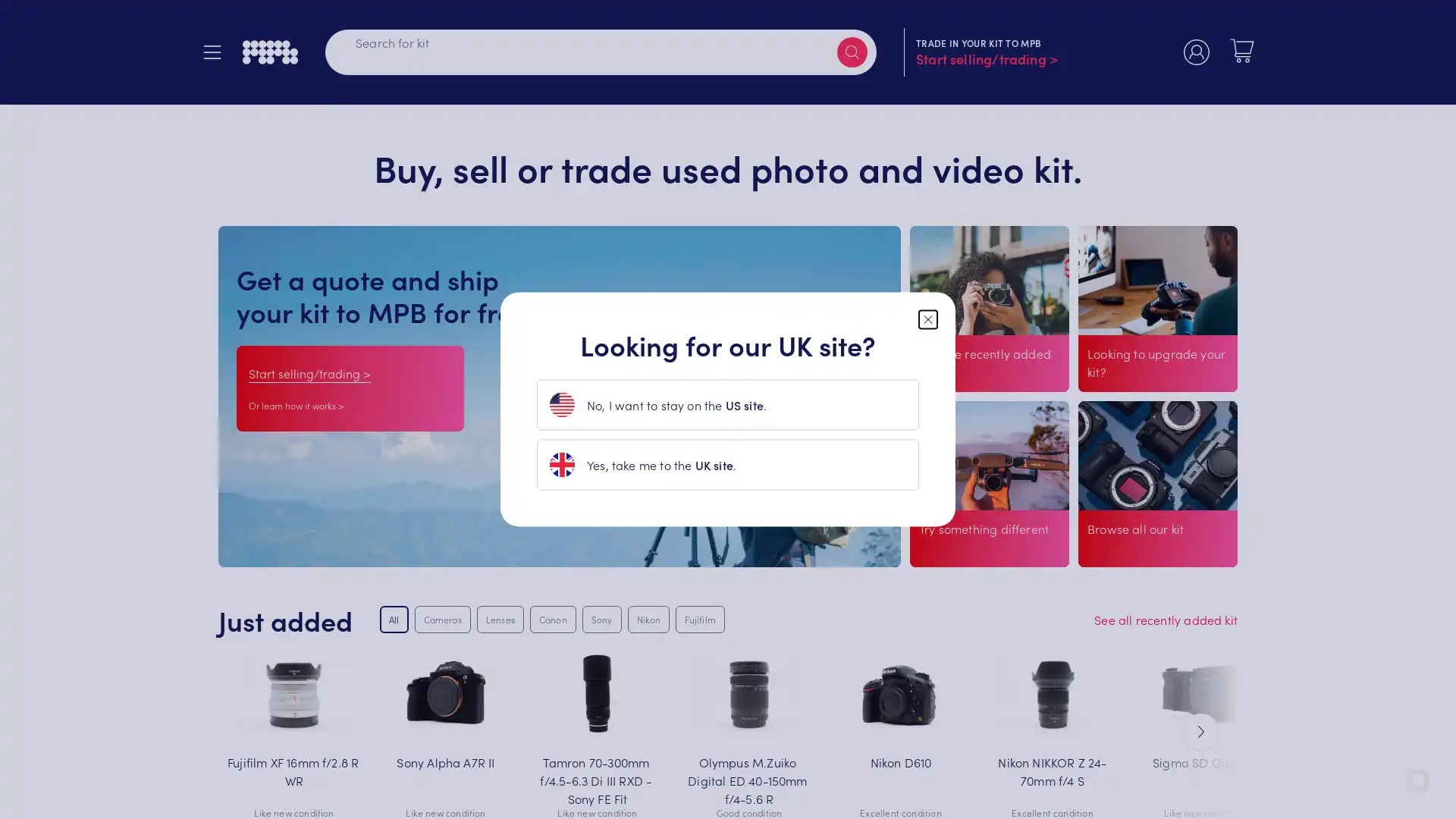 The width and height of the screenshot is (1456, 819). Describe the element at coordinates (1417, 780) in the screenshot. I see `Open Intercom Messenger` at that location.